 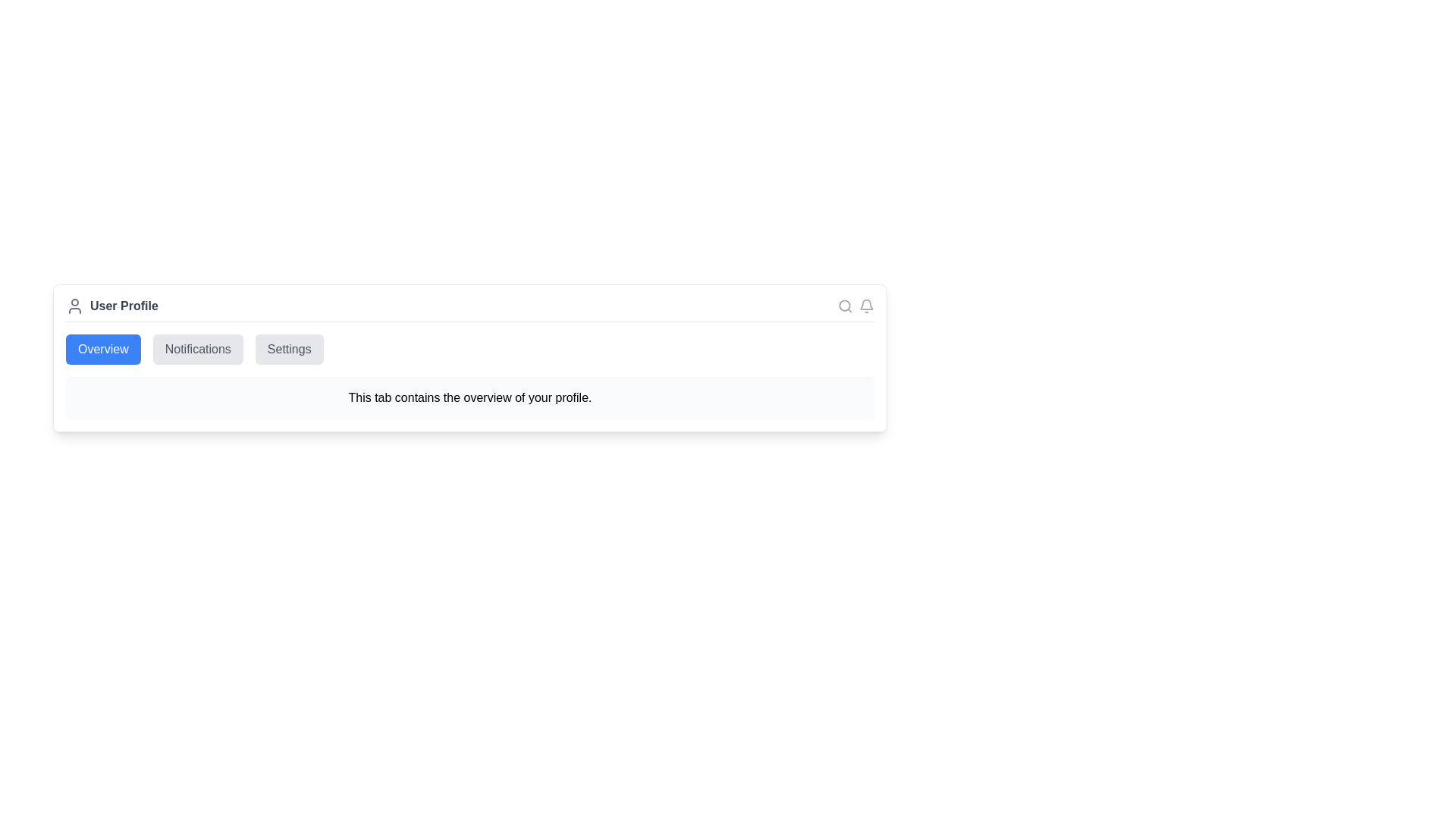 I want to click on the Notifications tab to navigate to it, so click(x=196, y=350).